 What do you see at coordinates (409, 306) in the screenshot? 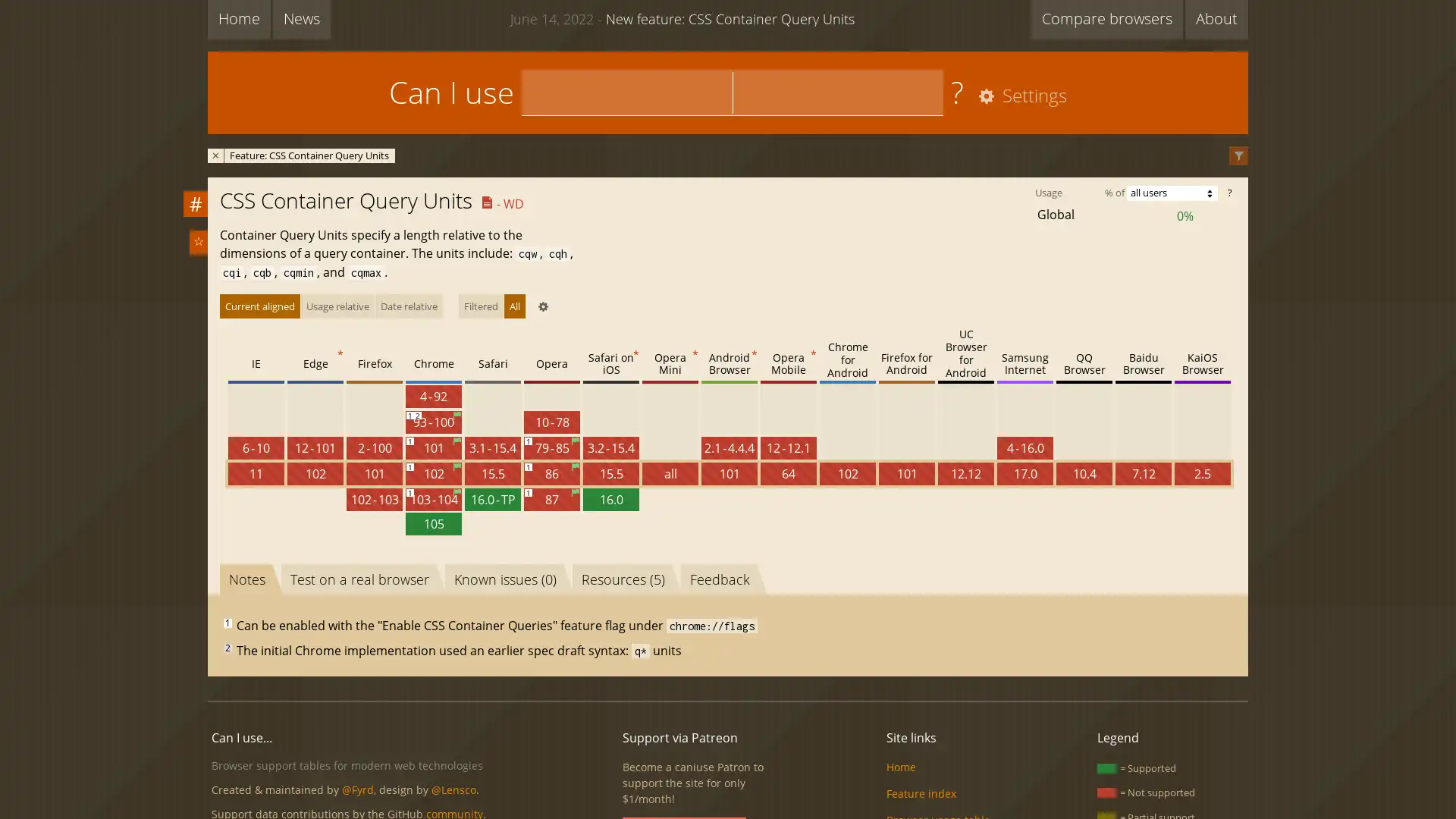
I see `Date relative` at bounding box center [409, 306].